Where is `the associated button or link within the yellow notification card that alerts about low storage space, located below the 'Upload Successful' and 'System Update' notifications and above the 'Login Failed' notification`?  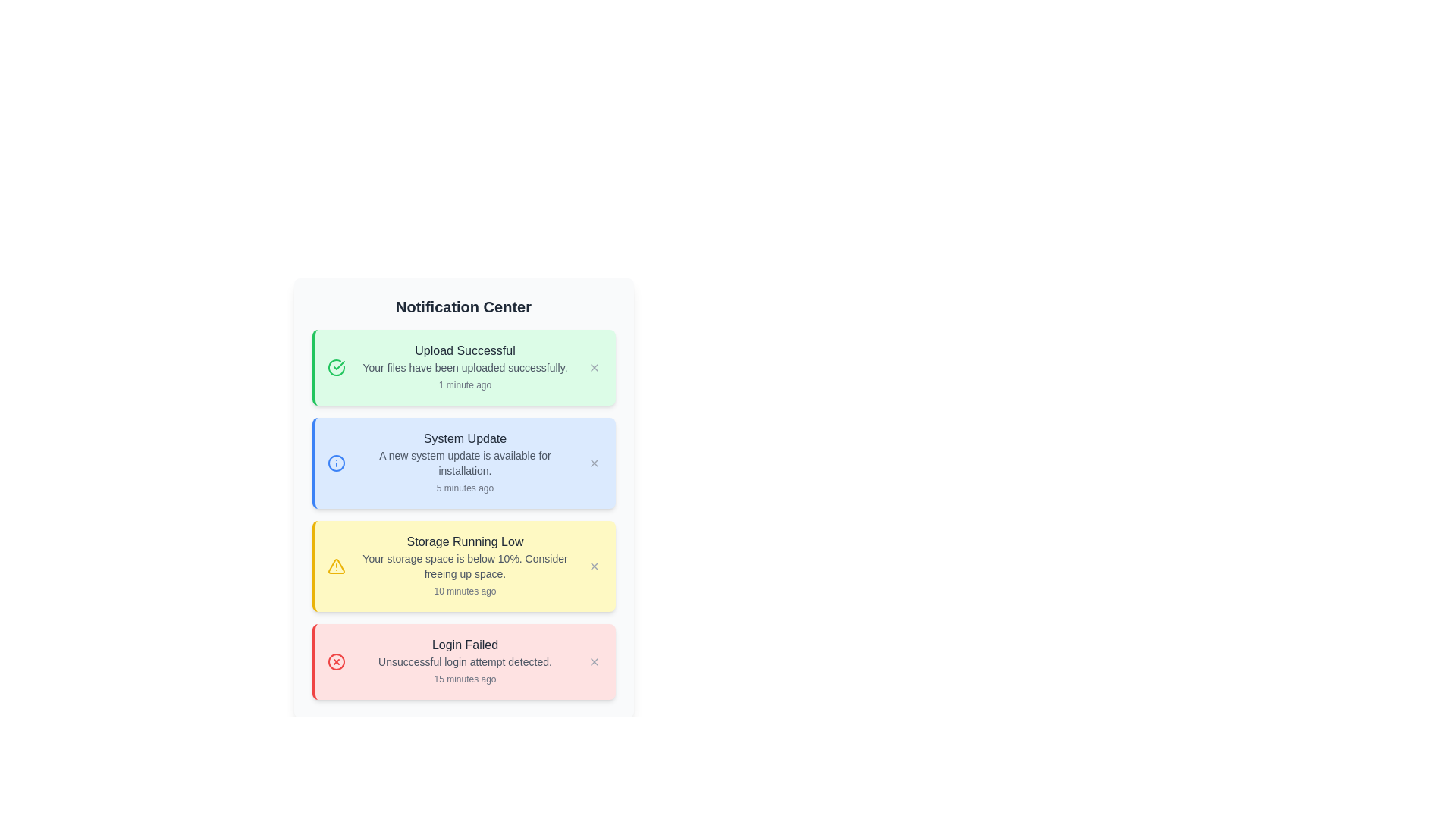 the associated button or link within the yellow notification card that alerts about low storage space, located below the 'Upload Successful' and 'System Update' notifications and above the 'Login Failed' notification is located at coordinates (464, 566).